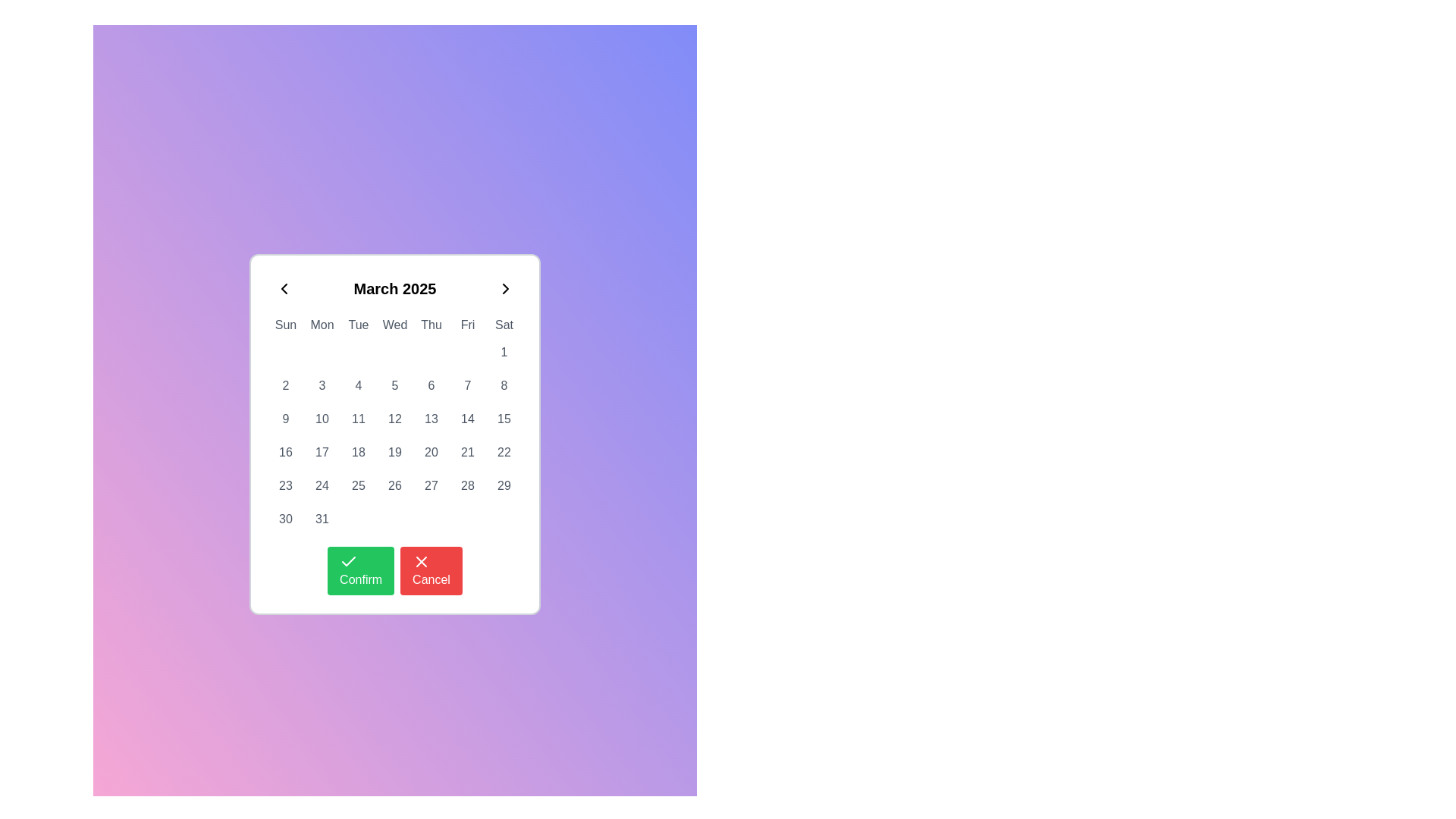  What do you see at coordinates (284, 289) in the screenshot?
I see `the leftward-pointing chevron arrow icon located in the calendar header next to the title 'March 2025'` at bounding box center [284, 289].